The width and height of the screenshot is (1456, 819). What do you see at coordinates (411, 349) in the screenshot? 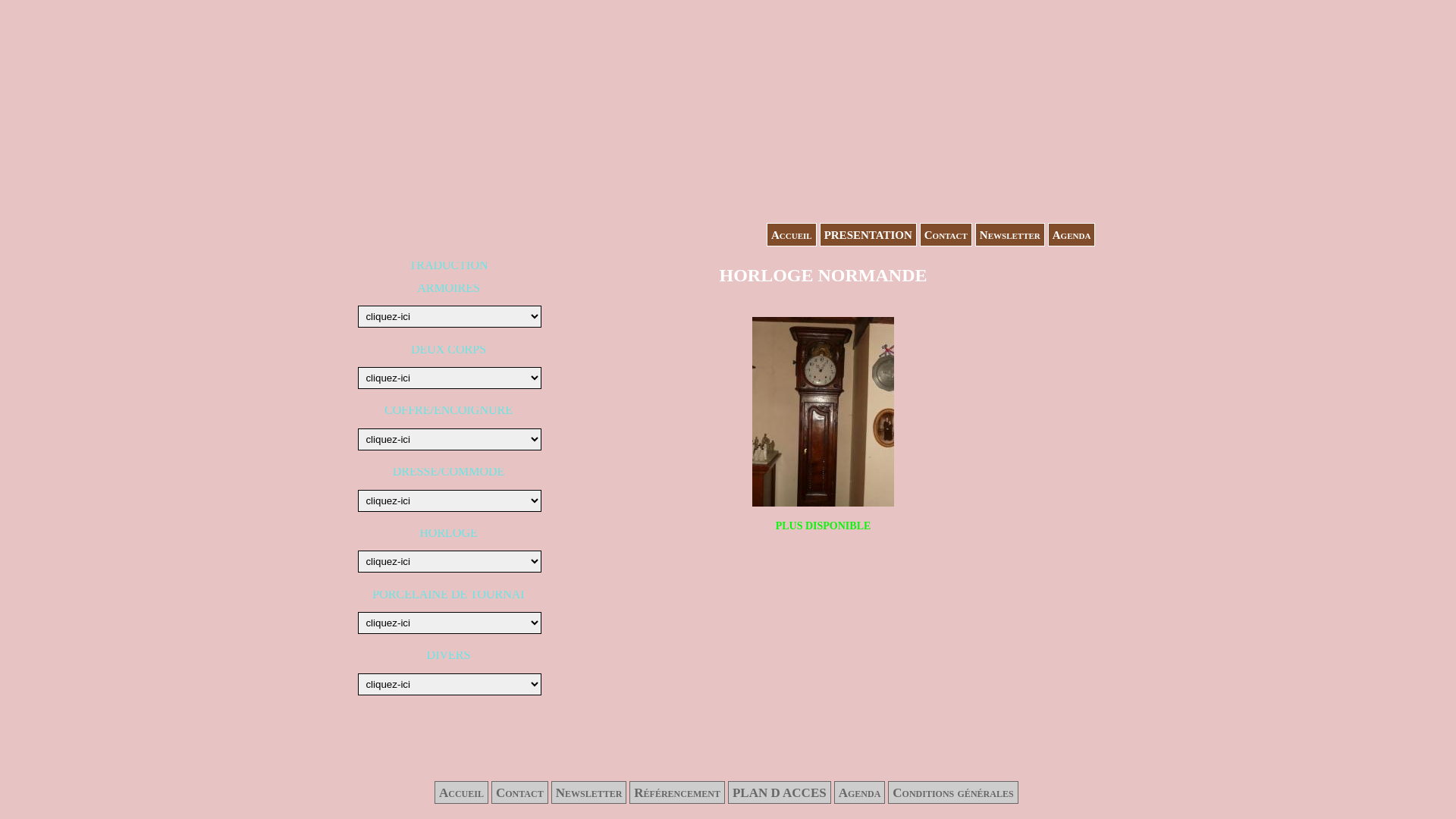
I see `'DEUX CORPS'` at bounding box center [411, 349].